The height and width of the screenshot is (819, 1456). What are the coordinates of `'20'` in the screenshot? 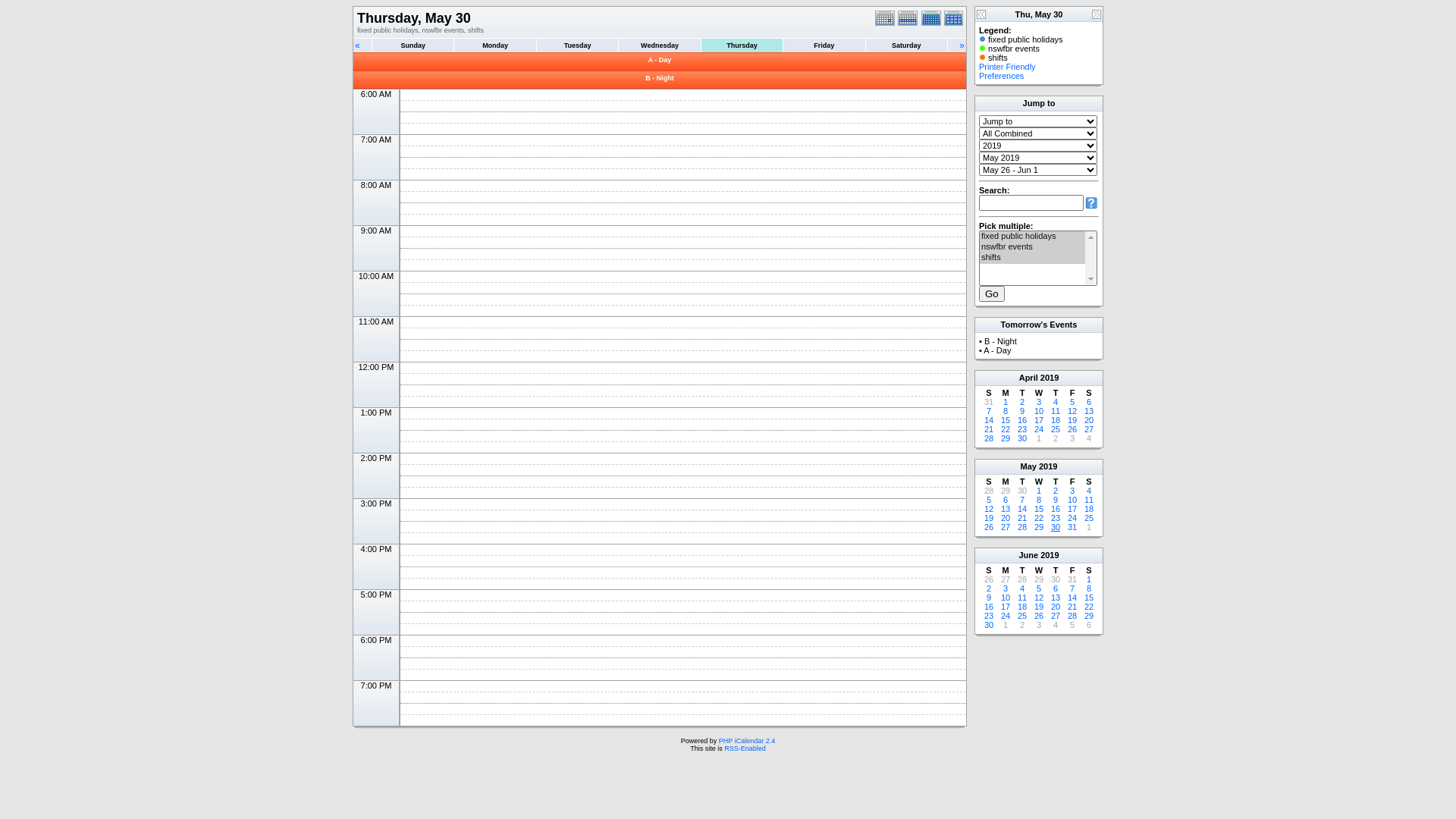 It's located at (1005, 516).